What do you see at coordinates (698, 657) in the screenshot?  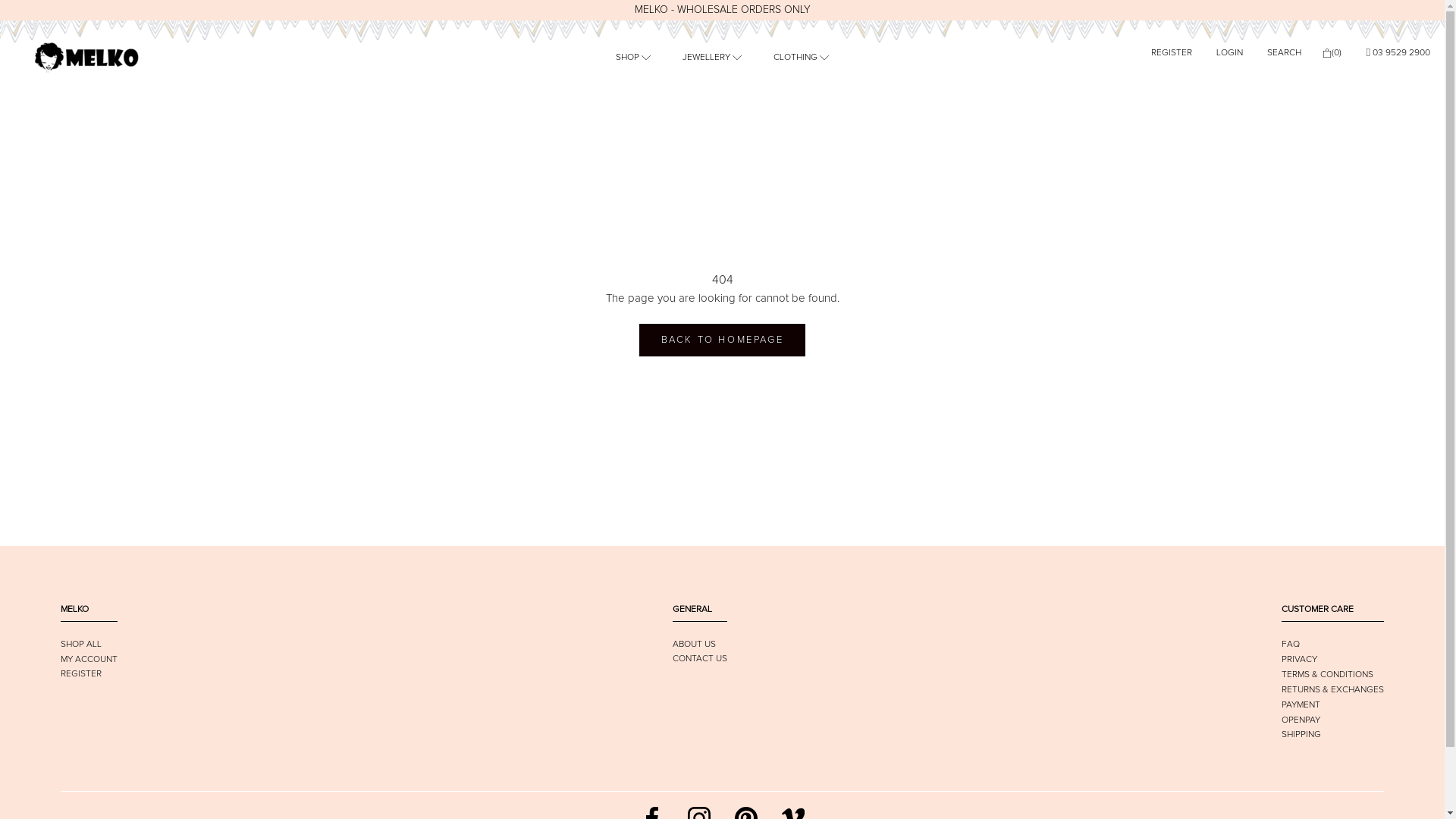 I see `'CONTACT US'` at bounding box center [698, 657].